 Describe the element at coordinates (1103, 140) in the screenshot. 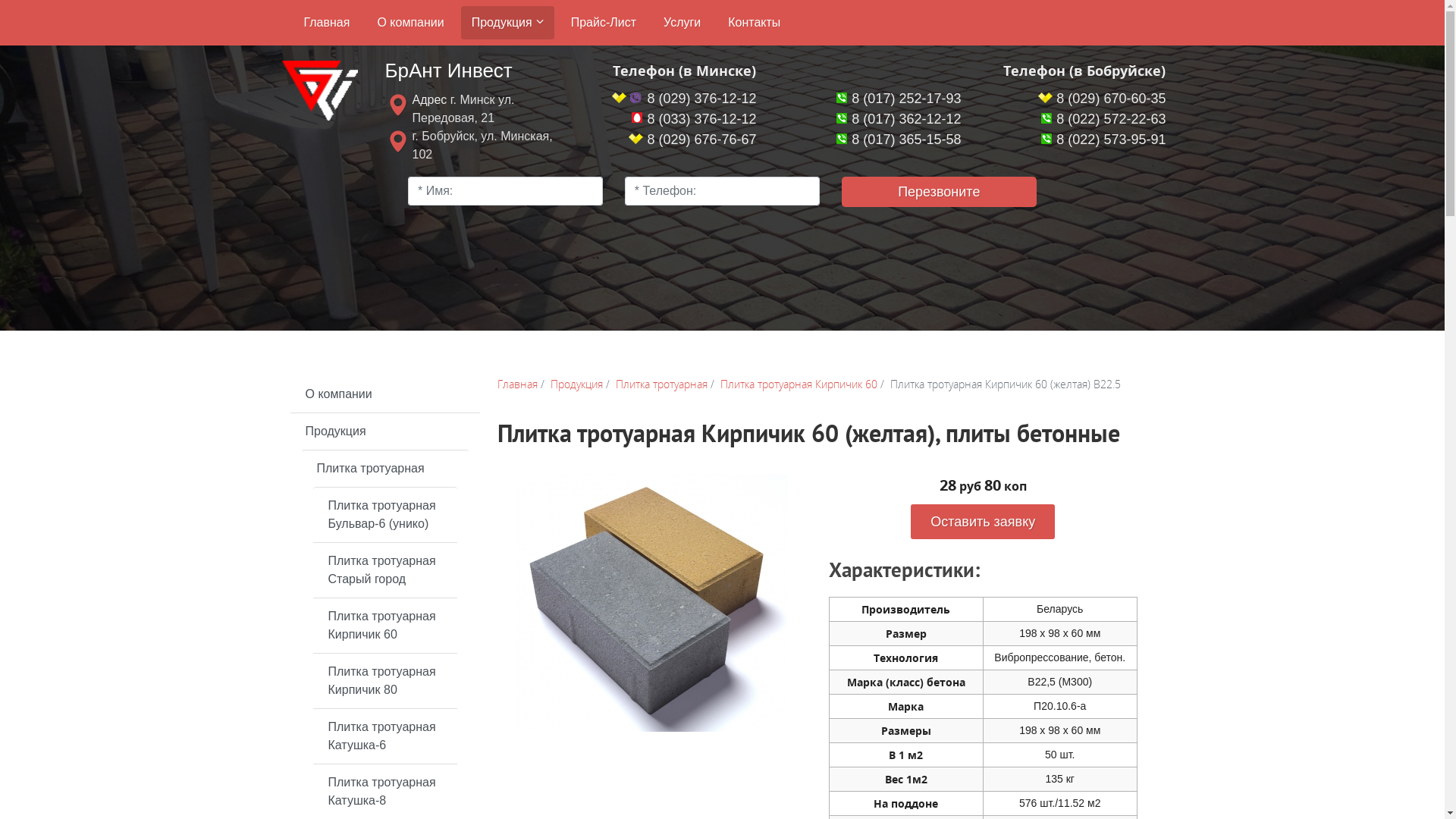

I see `'8 (022) 573-95-91'` at that location.